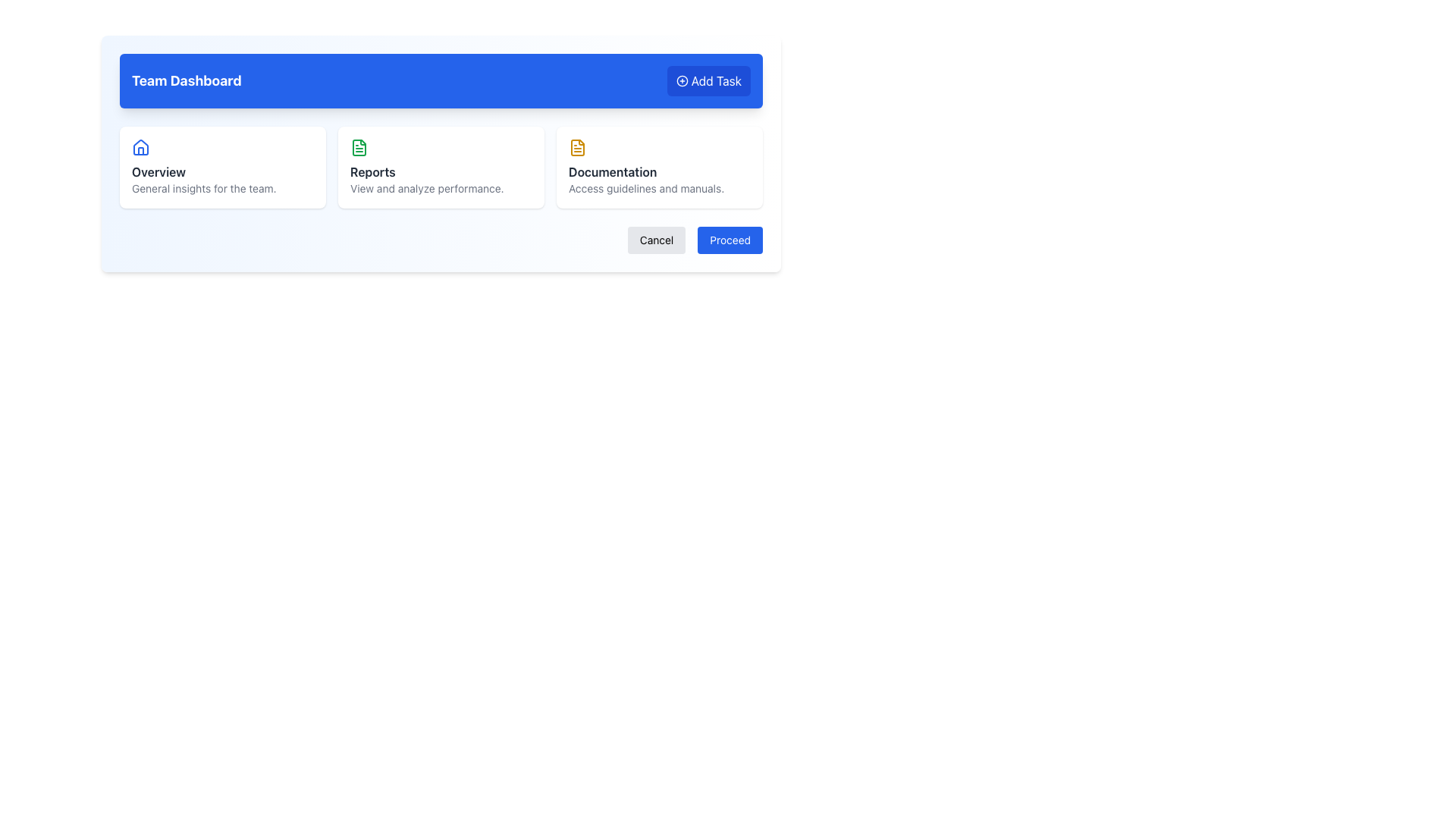 The width and height of the screenshot is (1456, 819). What do you see at coordinates (659, 167) in the screenshot?
I see `the third card in the grid` at bounding box center [659, 167].